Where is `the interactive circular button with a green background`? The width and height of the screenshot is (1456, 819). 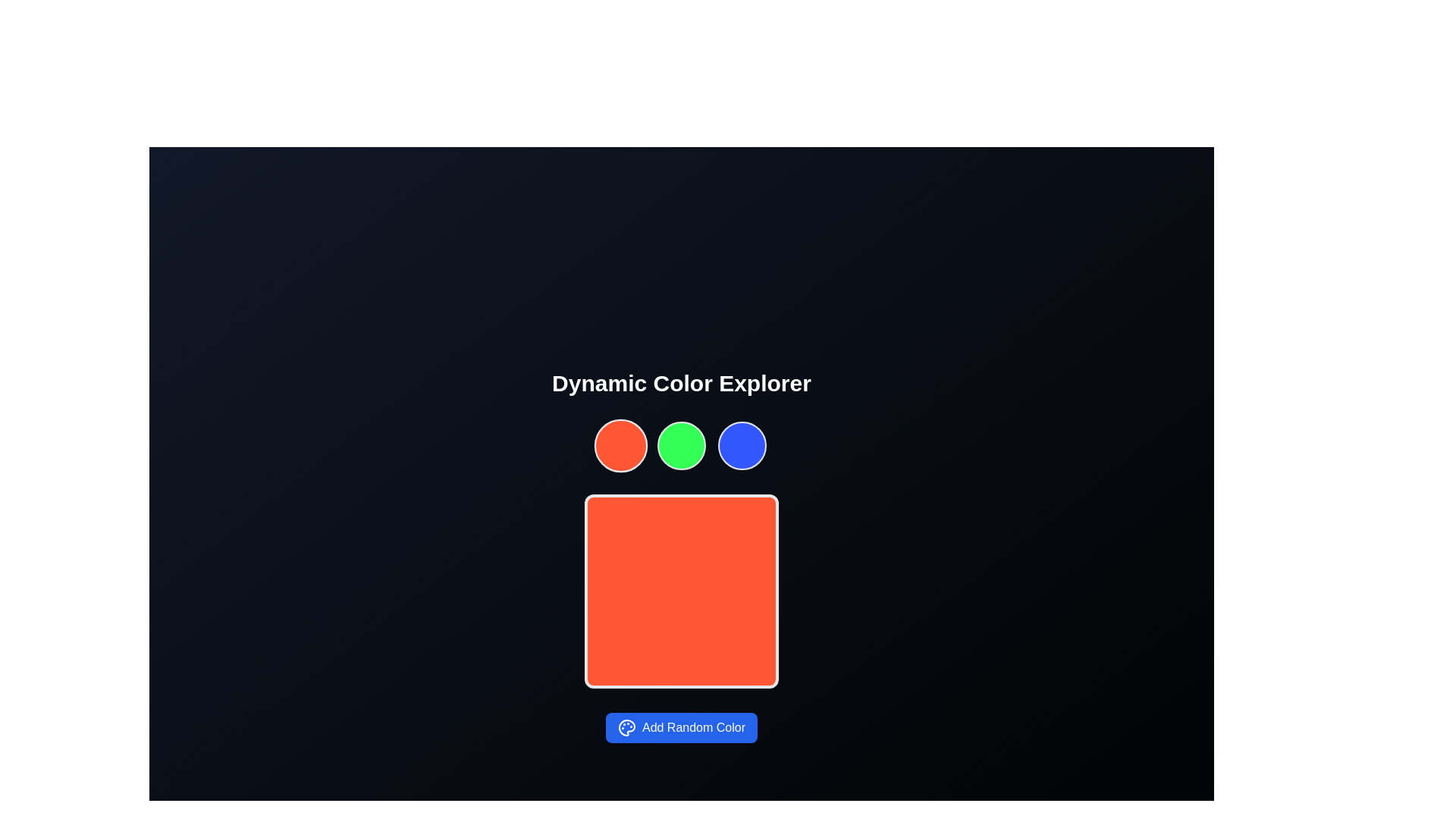 the interactive circular button with a green background is located at coordinates (680, 444).